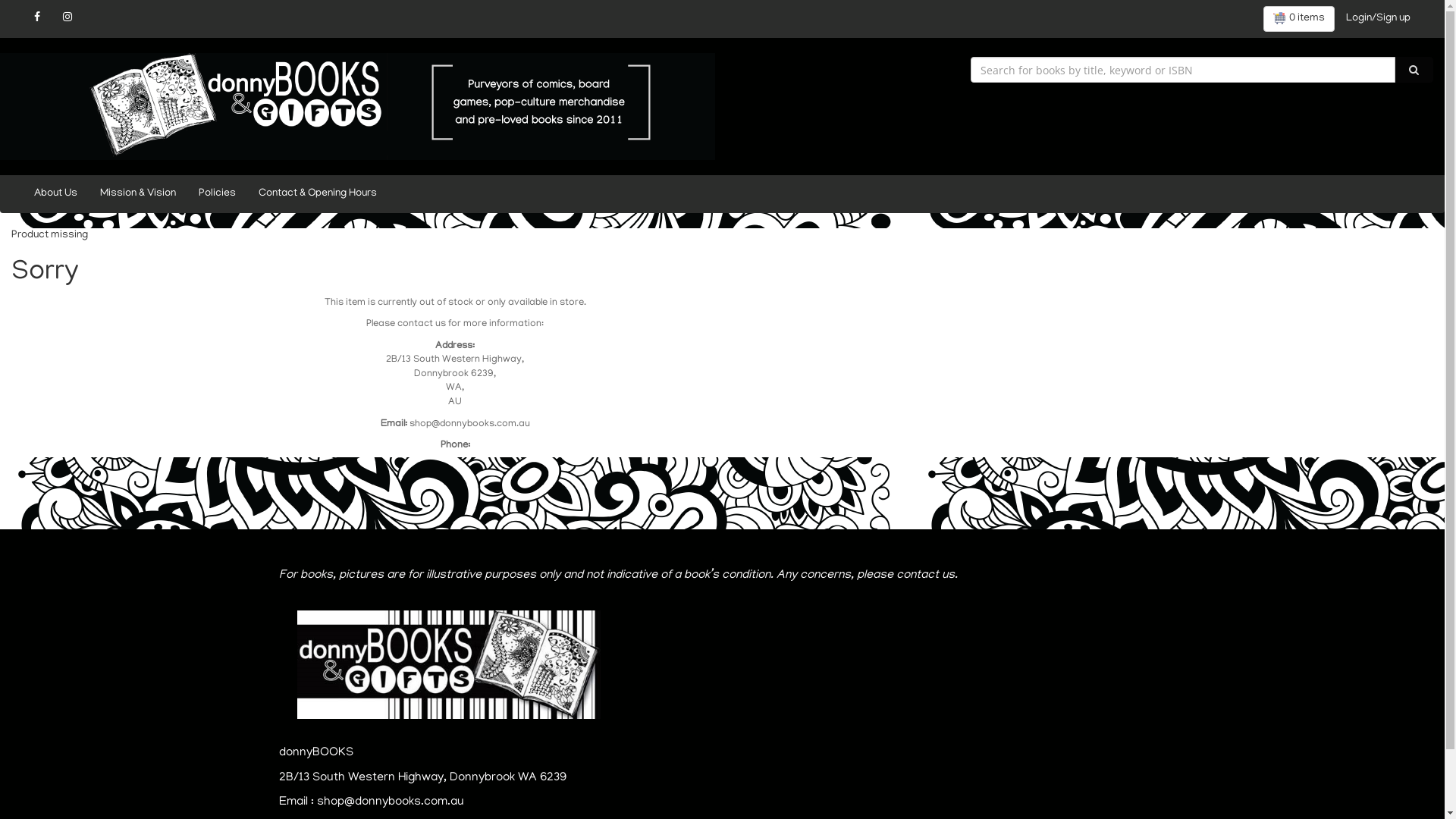 This screenshot has height=819, width=1456. I want to click on 'Policies', so click(216, 193).